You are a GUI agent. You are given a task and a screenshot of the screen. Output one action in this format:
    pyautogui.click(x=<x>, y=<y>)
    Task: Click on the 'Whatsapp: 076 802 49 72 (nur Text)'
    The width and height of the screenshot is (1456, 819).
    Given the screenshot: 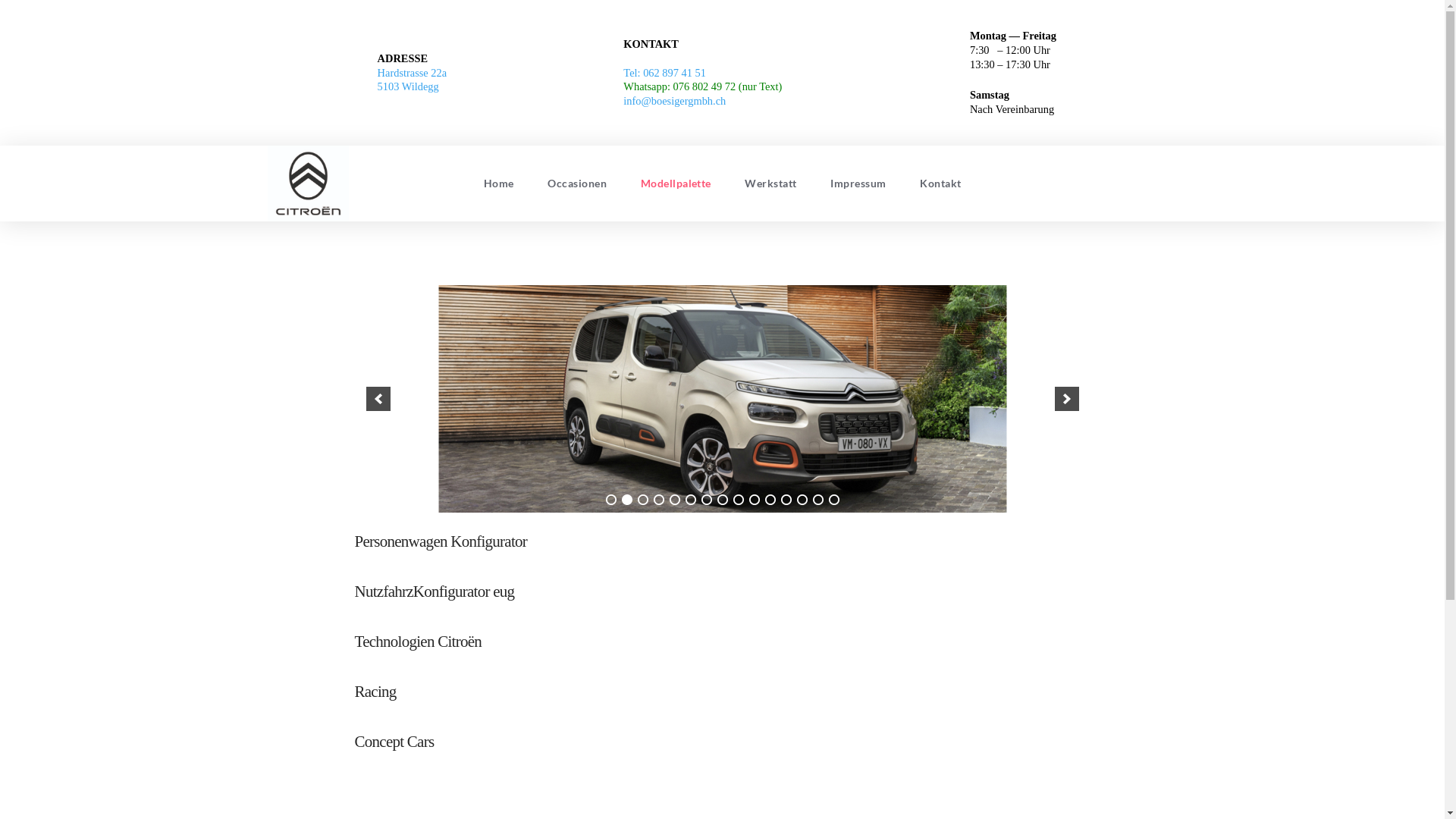 What is the action you would take?
    pyautogui.click(x=701, y=86)
    